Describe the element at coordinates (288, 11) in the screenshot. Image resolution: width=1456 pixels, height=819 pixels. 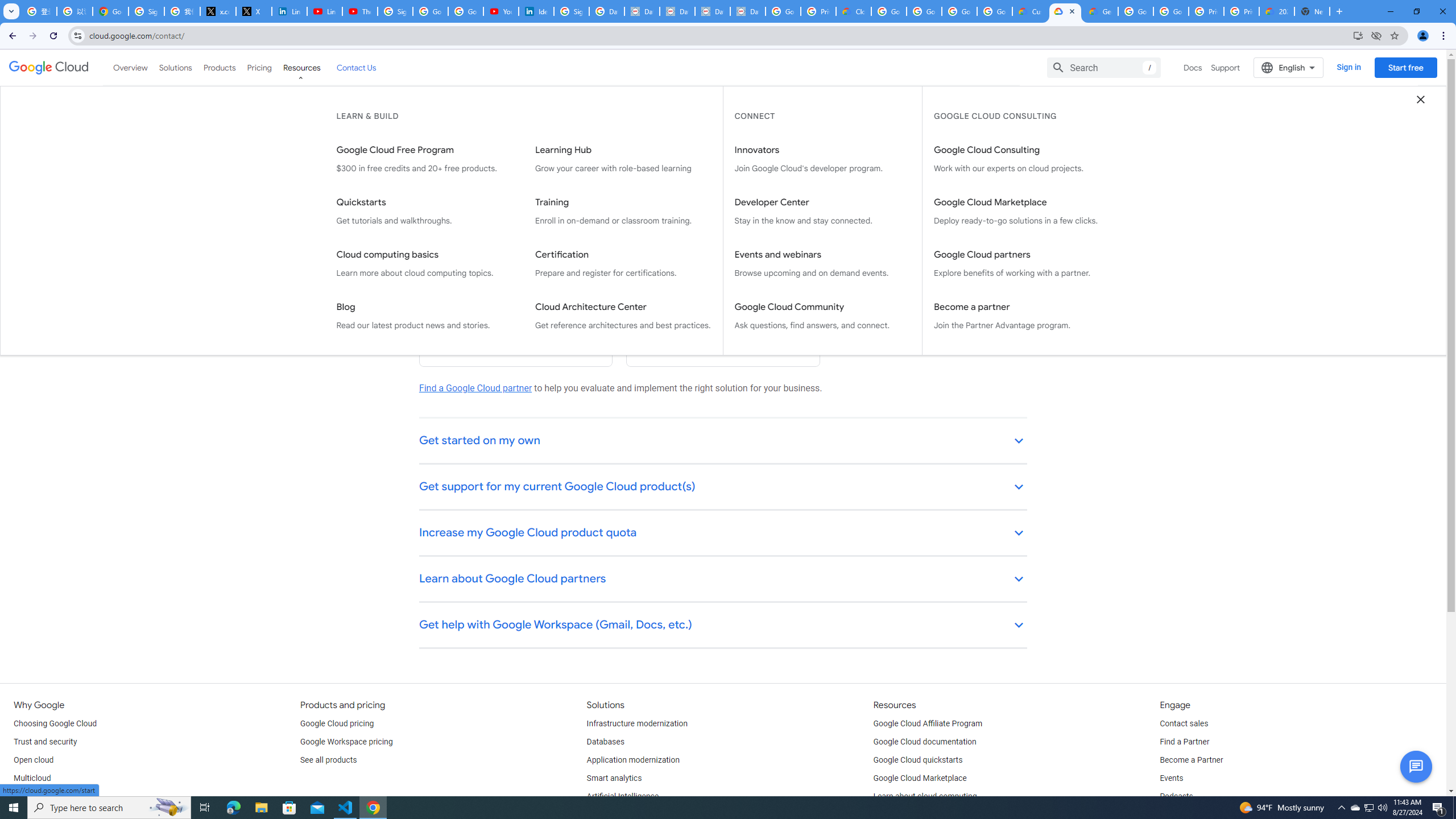
I see `'LinkedIn Privacy Policy'` at that location.